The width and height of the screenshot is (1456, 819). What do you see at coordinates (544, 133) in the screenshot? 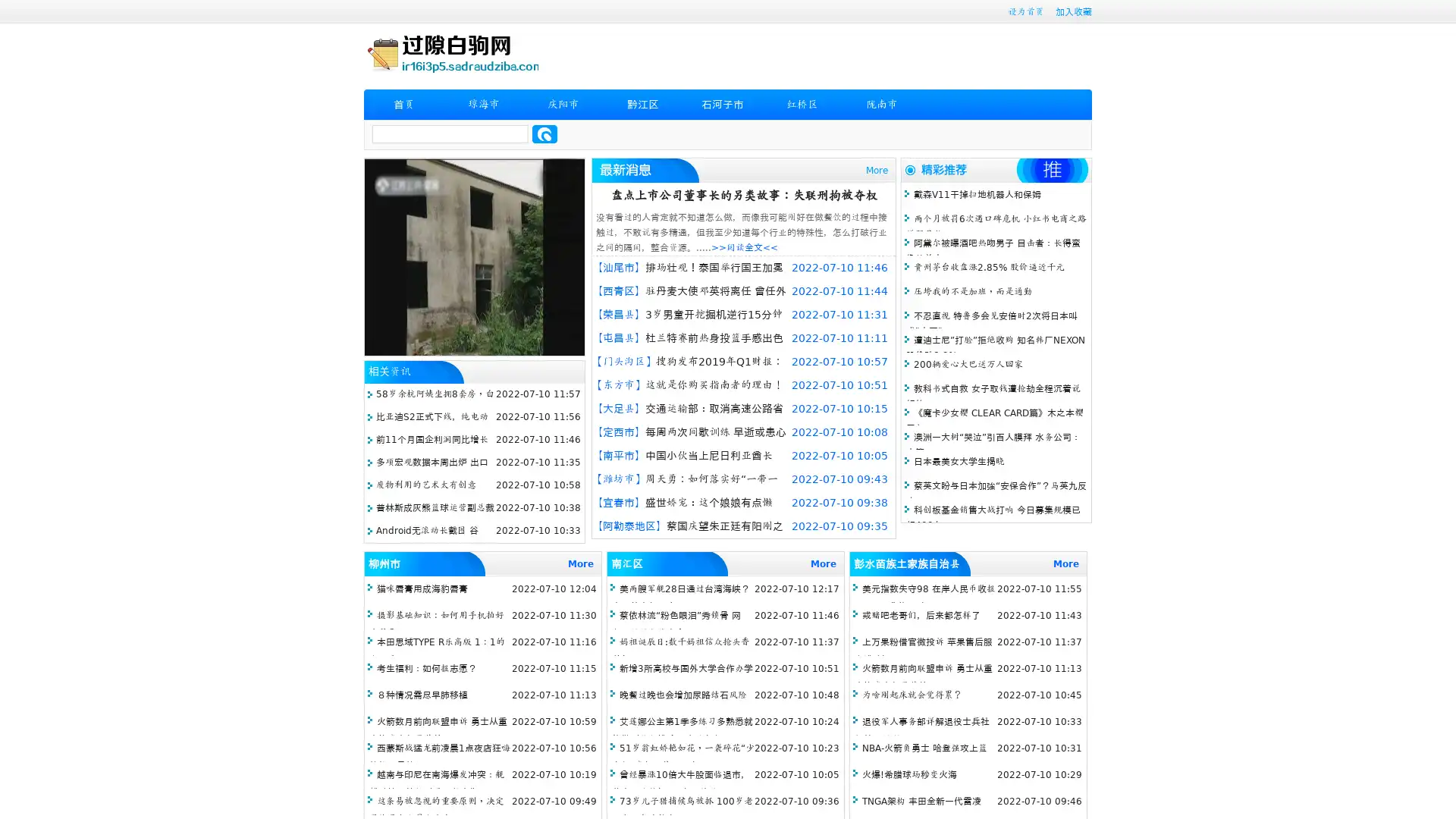
I see `Search` at bounding box center [544, 133].